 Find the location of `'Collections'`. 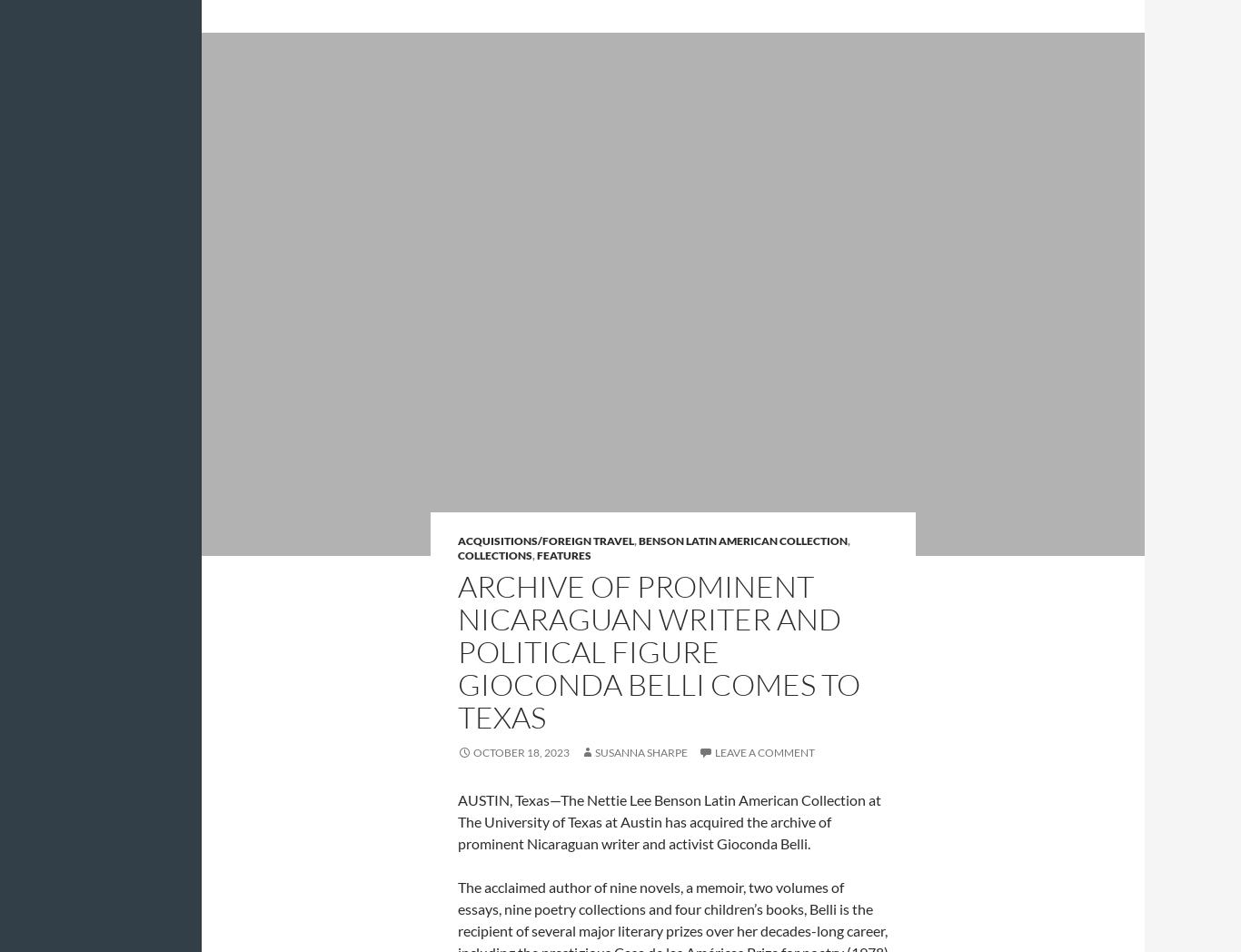

'Collections' is located at coordinates (495, 554).